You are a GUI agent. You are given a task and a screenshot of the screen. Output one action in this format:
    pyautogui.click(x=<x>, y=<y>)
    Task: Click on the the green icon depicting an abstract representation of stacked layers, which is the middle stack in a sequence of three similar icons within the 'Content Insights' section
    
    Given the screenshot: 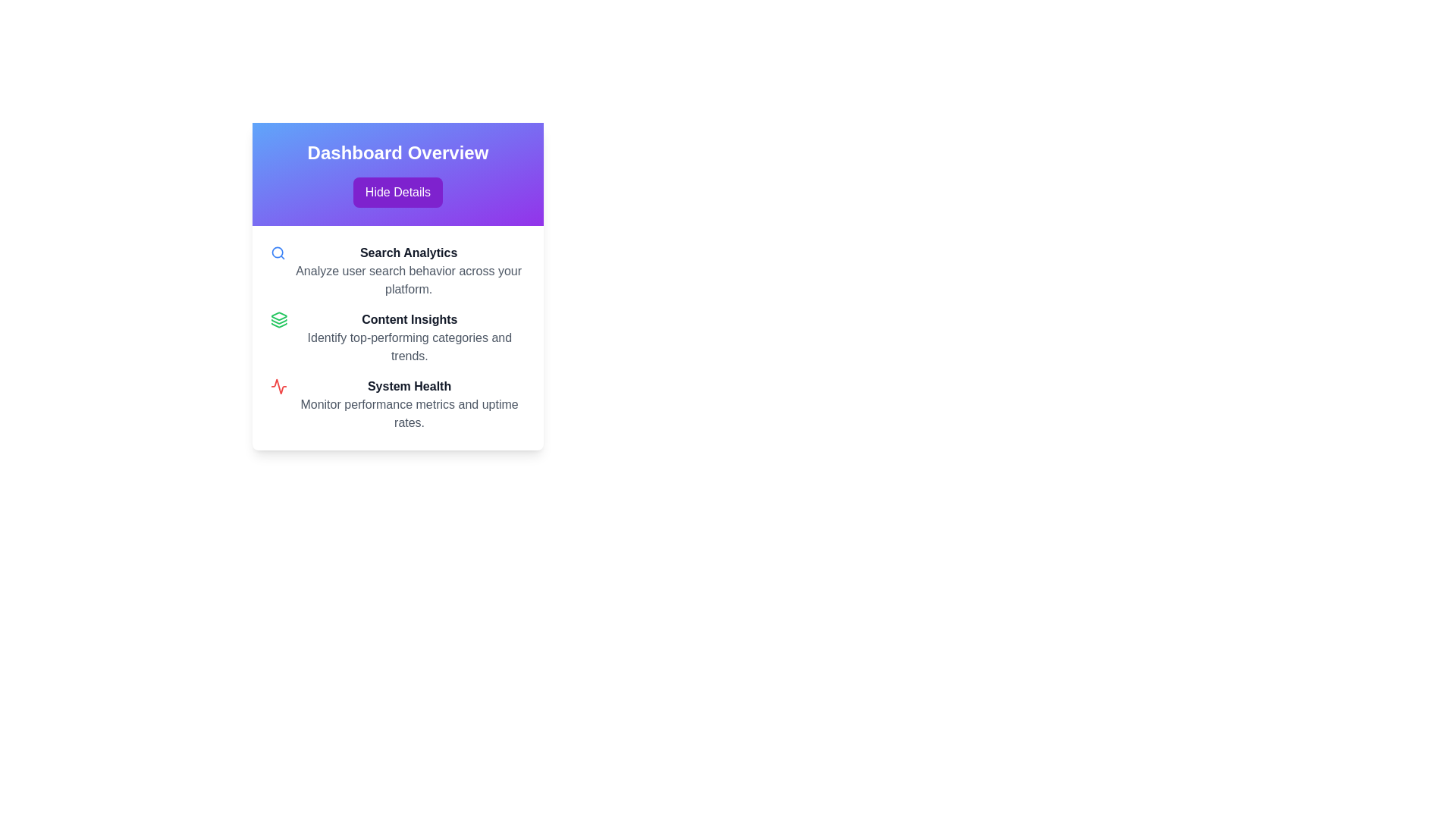 What is the action you would take?
    pyautogui.click(x=279, y=321)
    